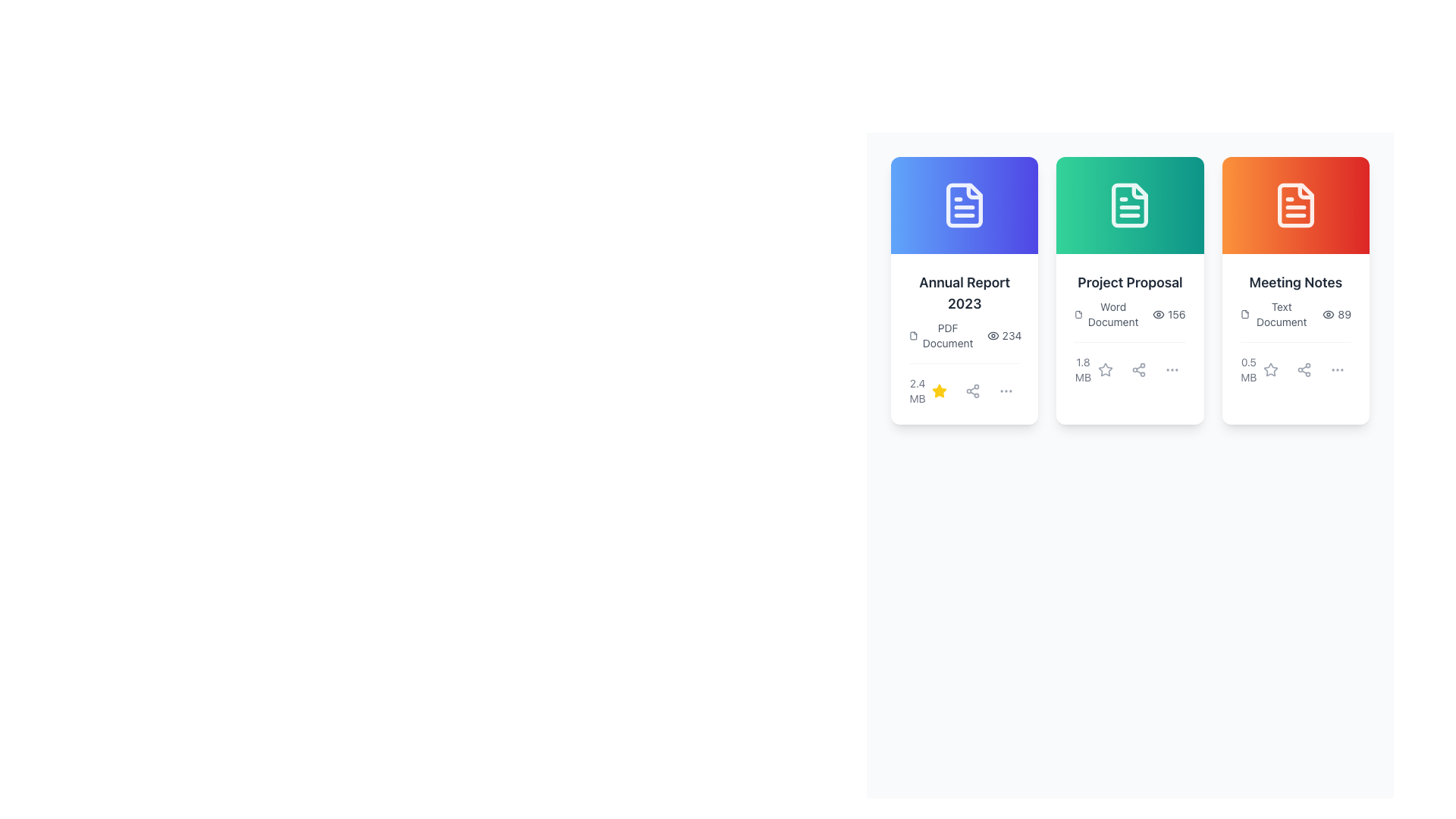 This screenshot has height=819, width=1456. I want to click on the document icon with a white outline located in the header of the third card, which has an orange gradient background, so click(1294, 205).